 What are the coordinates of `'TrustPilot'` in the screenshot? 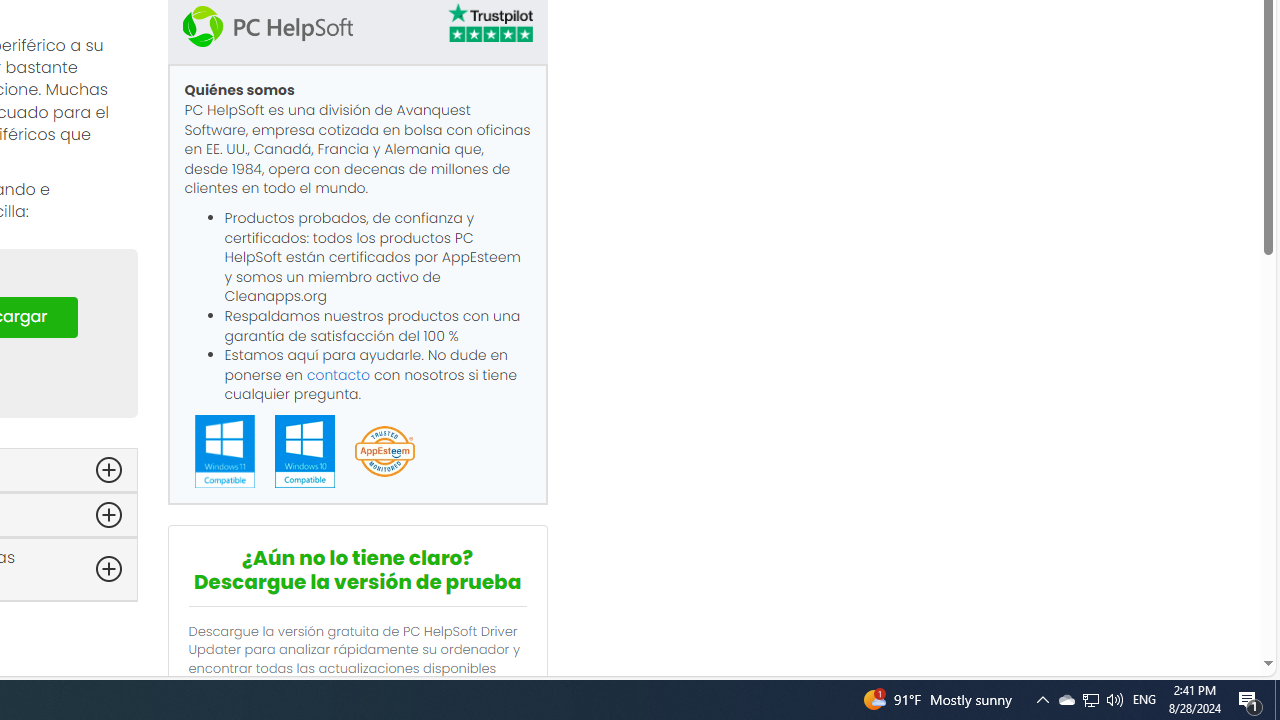 It's located at (489, 26).